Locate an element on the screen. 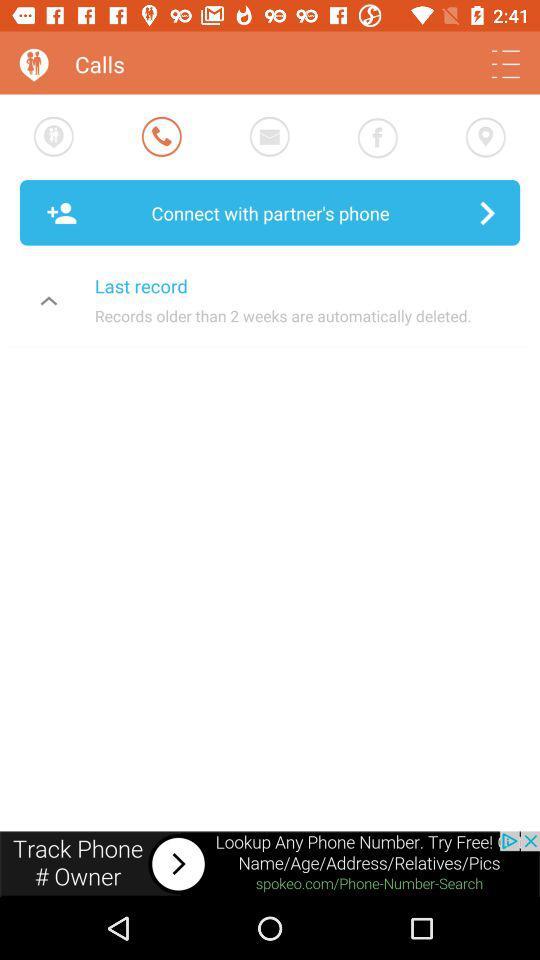 The width and height of the screenshot is (540, 960). click on advertisement is located at coordinates (270, 863).